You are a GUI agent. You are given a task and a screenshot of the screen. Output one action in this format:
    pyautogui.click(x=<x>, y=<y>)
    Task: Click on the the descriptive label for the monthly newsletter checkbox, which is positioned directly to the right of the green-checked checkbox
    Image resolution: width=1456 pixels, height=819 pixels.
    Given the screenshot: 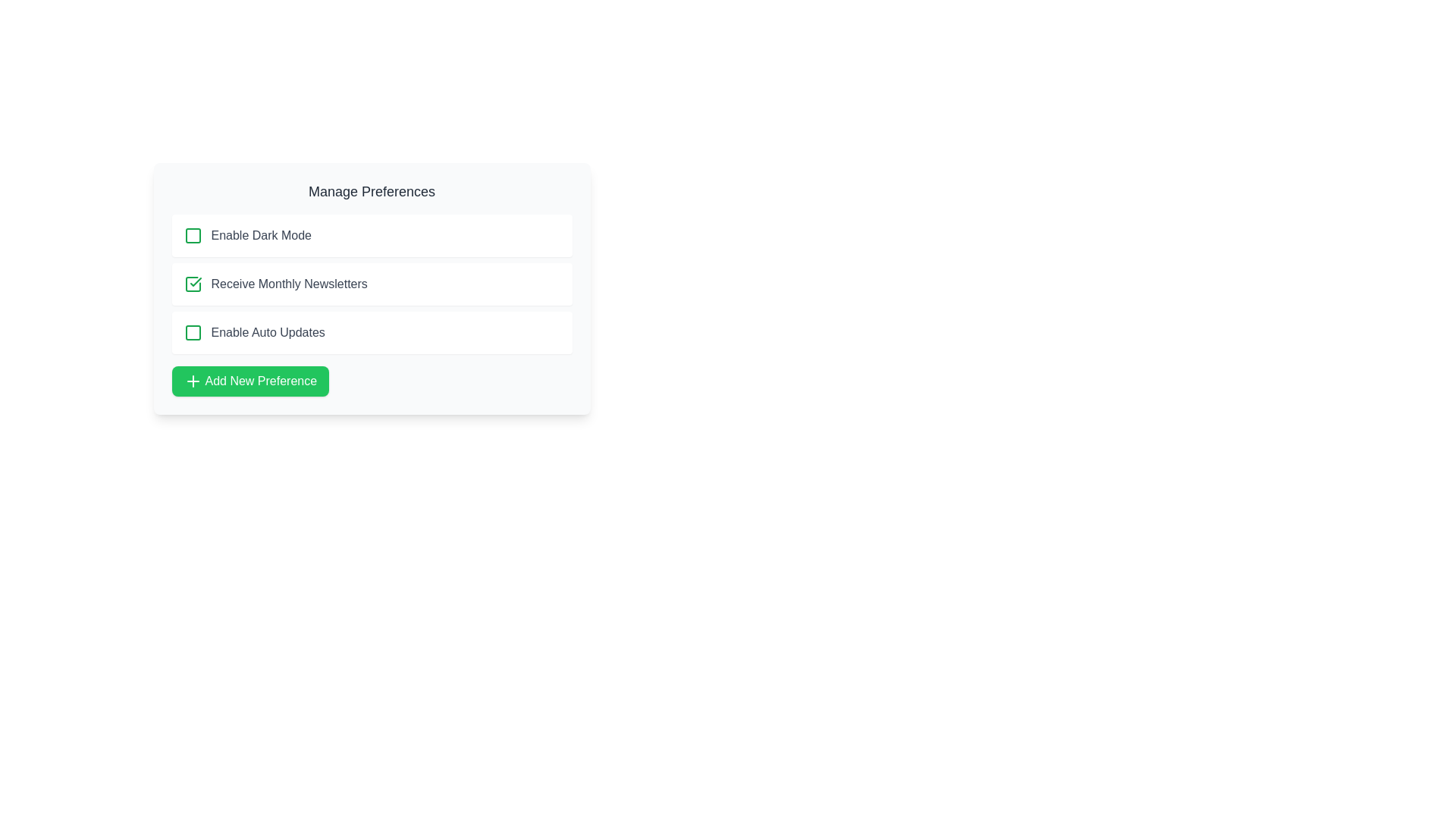 What is the action you would take?
    pyautogui.click(x=289, y=284)
    